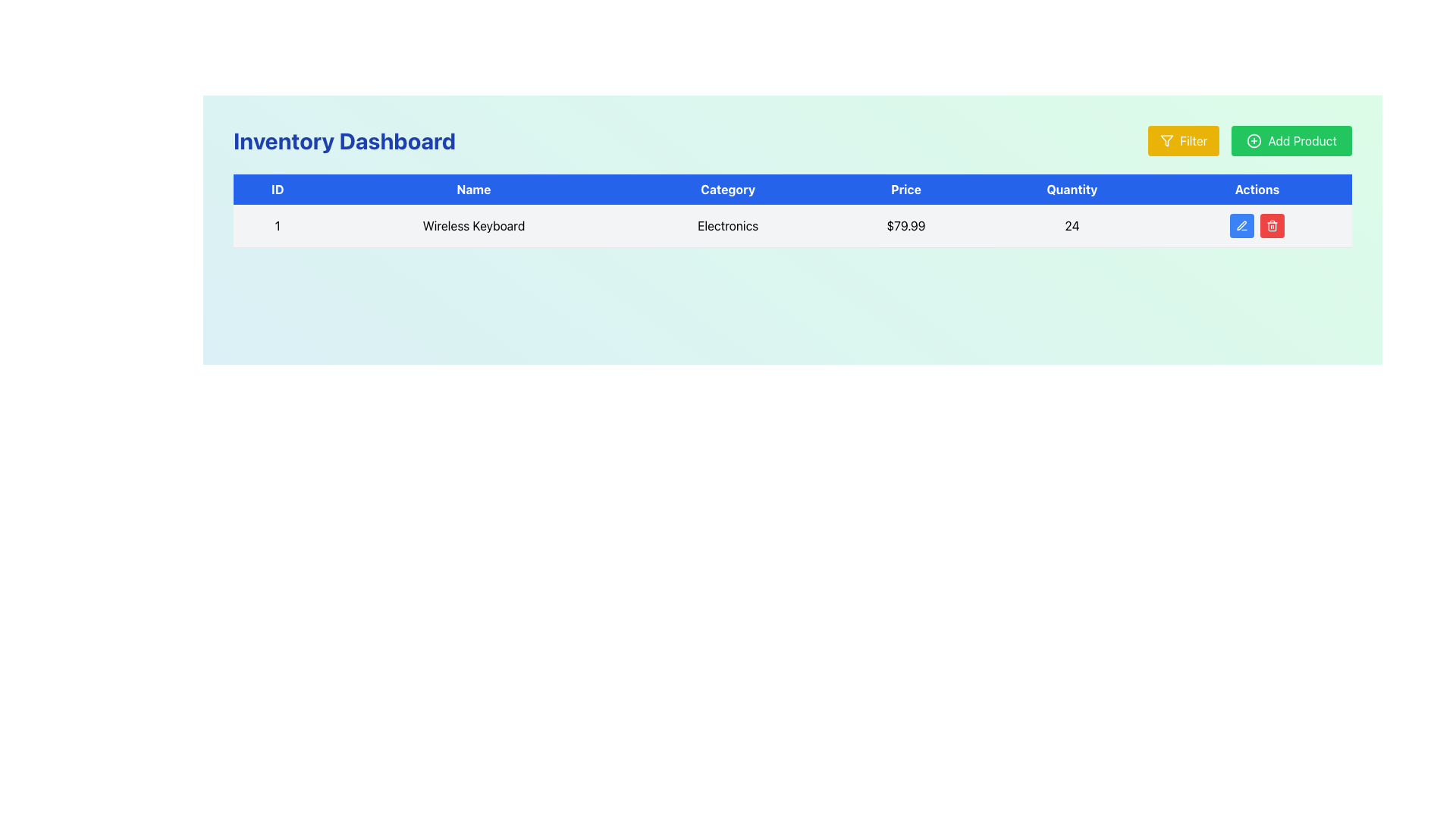  What do you see at coordinates (1257, 189) in the screenshot?
I see `the 'Actions' text label, which is styled in white against a blue background and is located in the upper-right section of the data table header` at bounding box center [1257, 189].